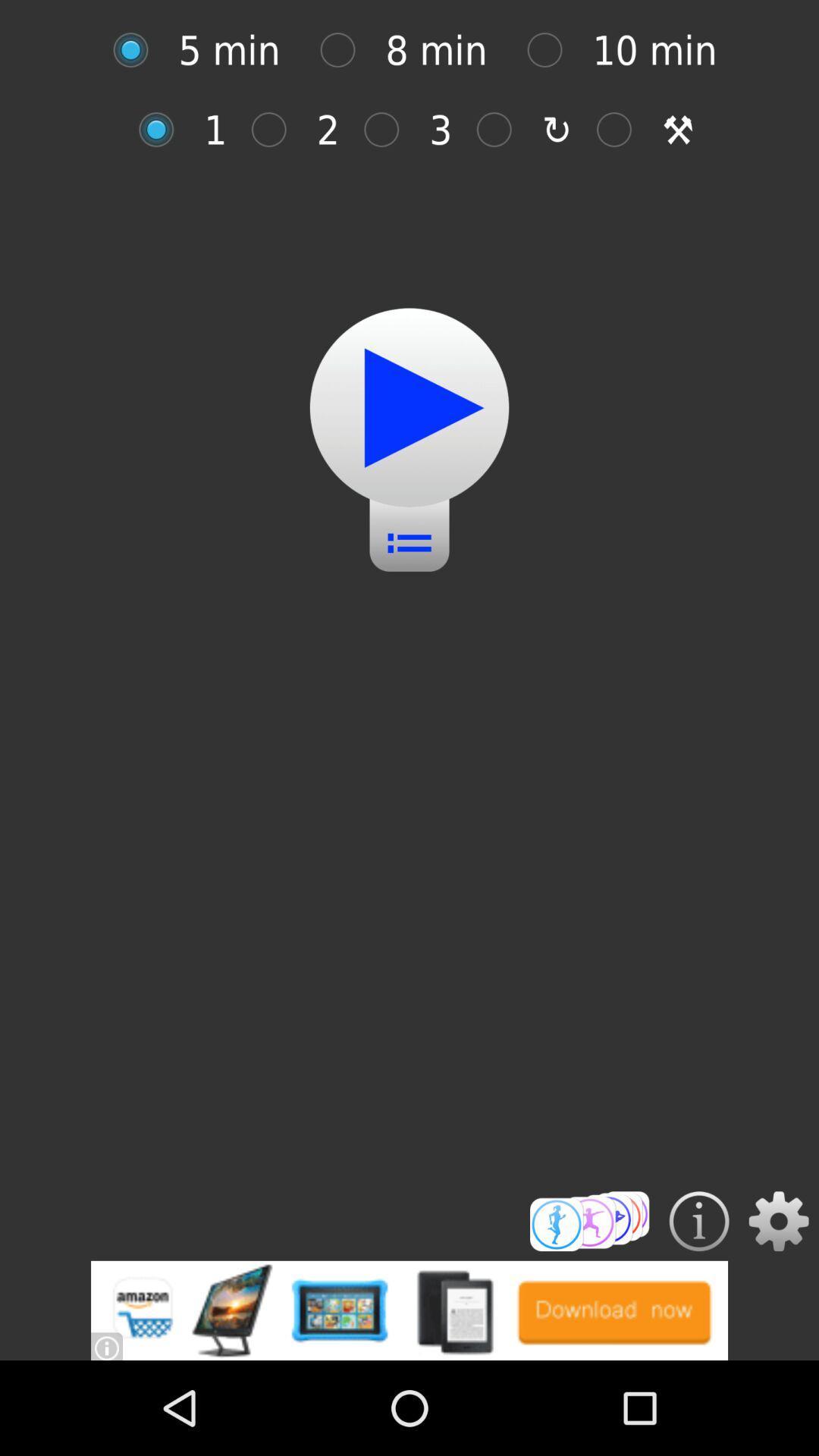 This screenshot has height=1456, width=819. What do you see at coordinates (138, 50) in the screenshot?
I see `5 minute duration` at bounding box center [138, 50].